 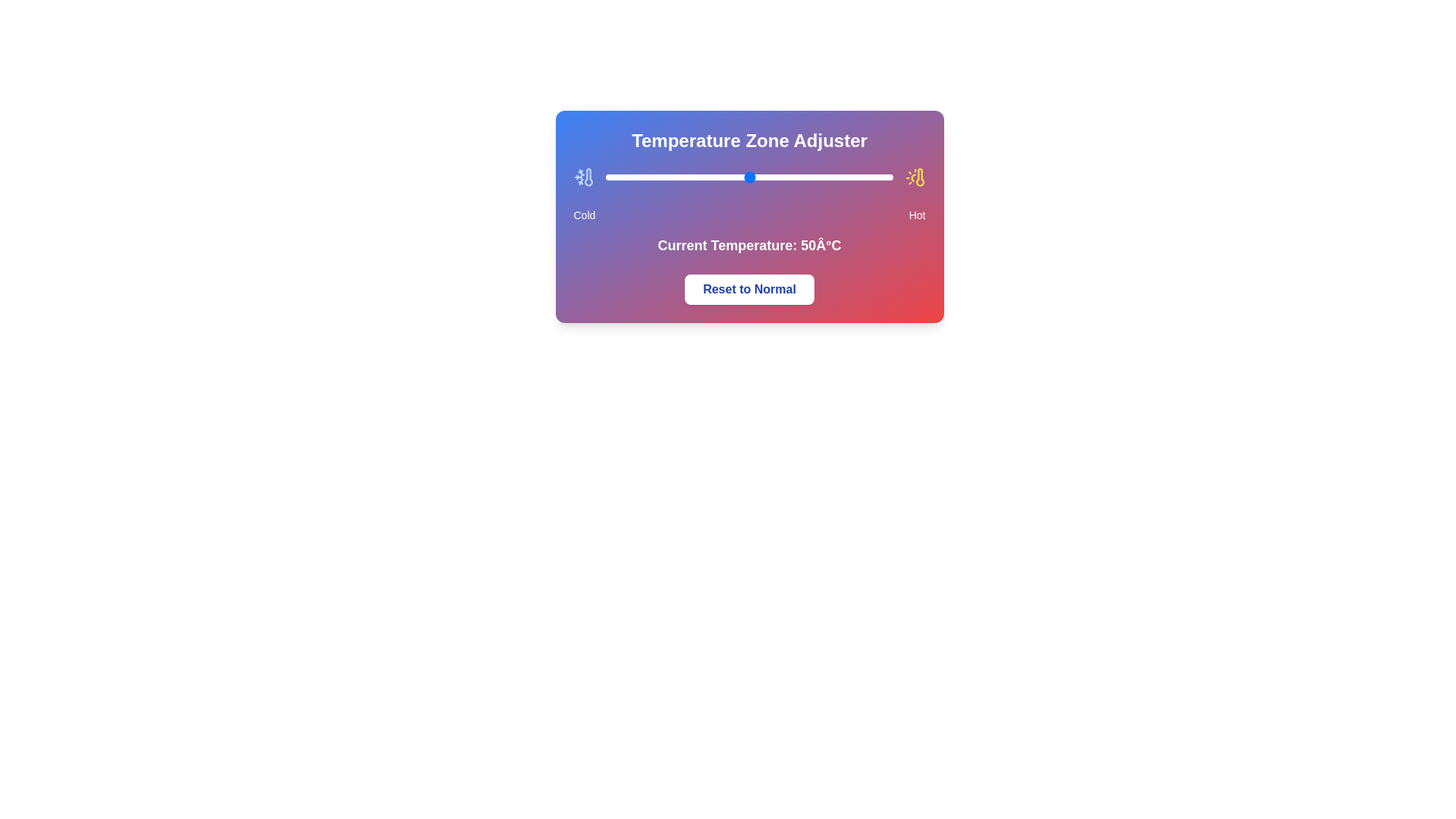 What do you see at coordinates (645, 177) in the screenshot?
I see `the temperature to 14°C by moving the slider` at bounding box center [645, 177].